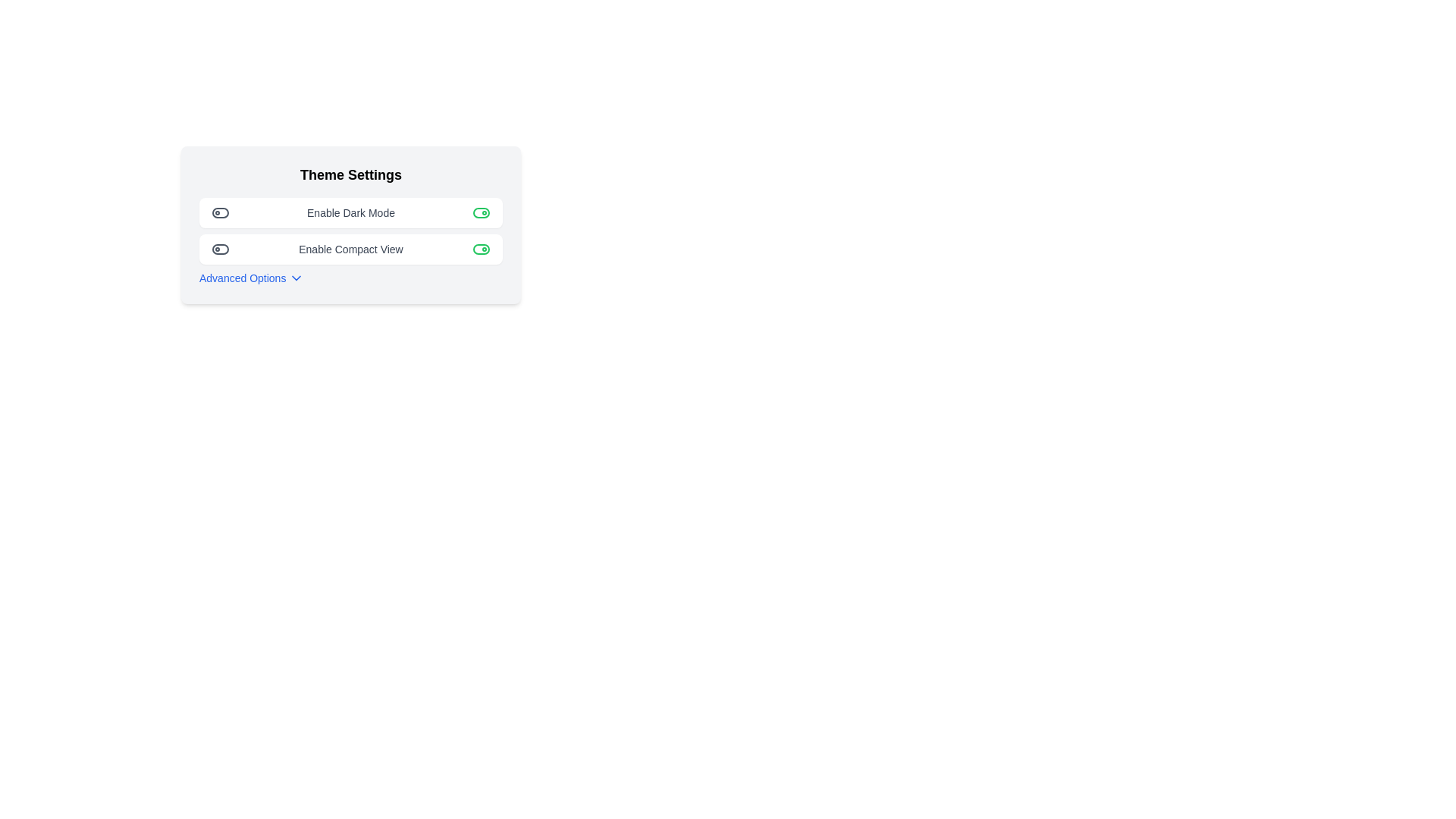 This screenshot has height=819, width=1456. Describe the element at coordinates (480, 248) in the screenshot. I see `the toggle switch located to the far right of the 'Enable Compact View' option in the settings panel to switch its state` at that location.